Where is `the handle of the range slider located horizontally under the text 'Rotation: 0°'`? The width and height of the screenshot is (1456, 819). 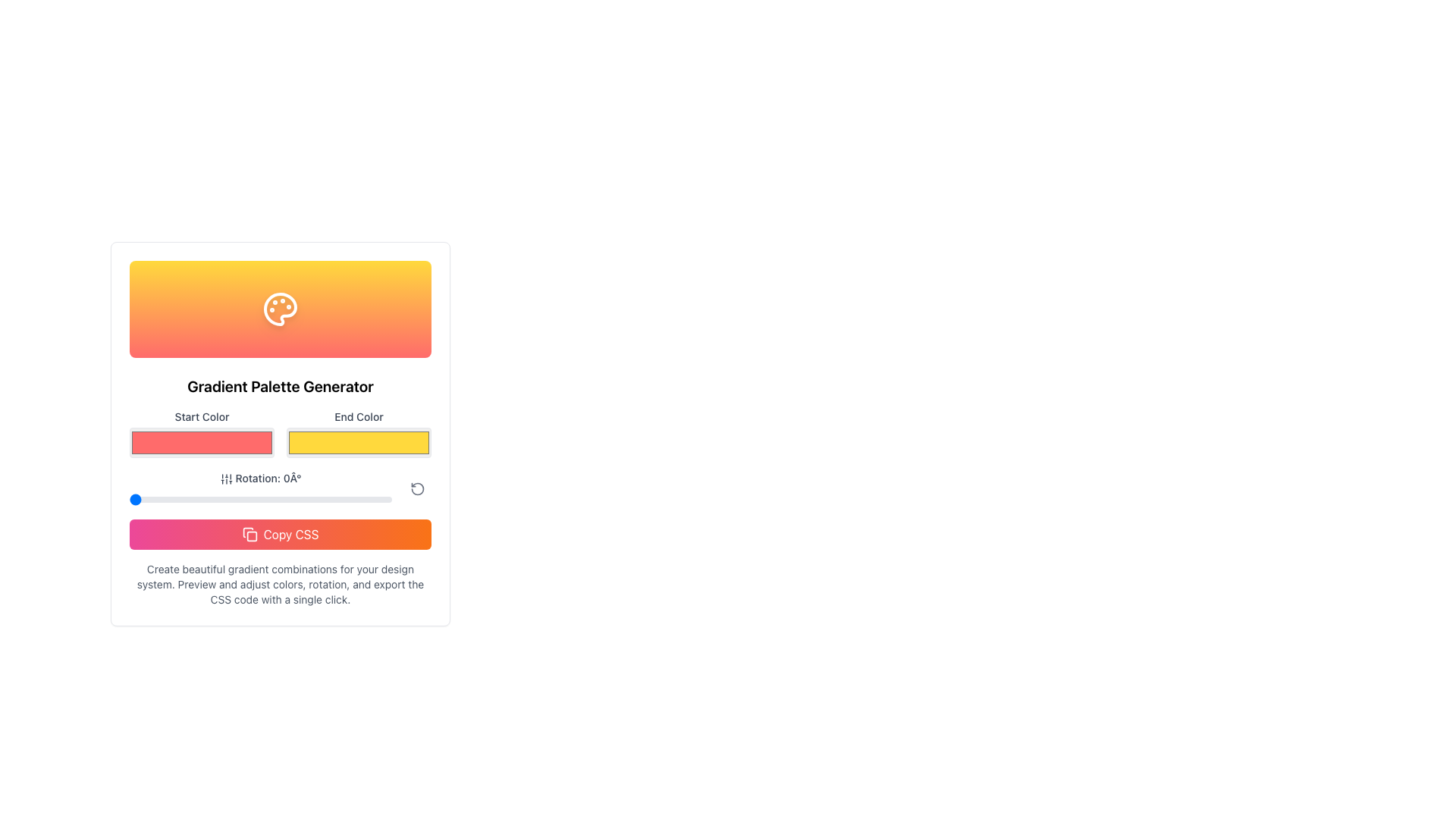 the handle of the range slider located horizontally under the text 'Rotation: 0°' is located at coordinates (261, 500).